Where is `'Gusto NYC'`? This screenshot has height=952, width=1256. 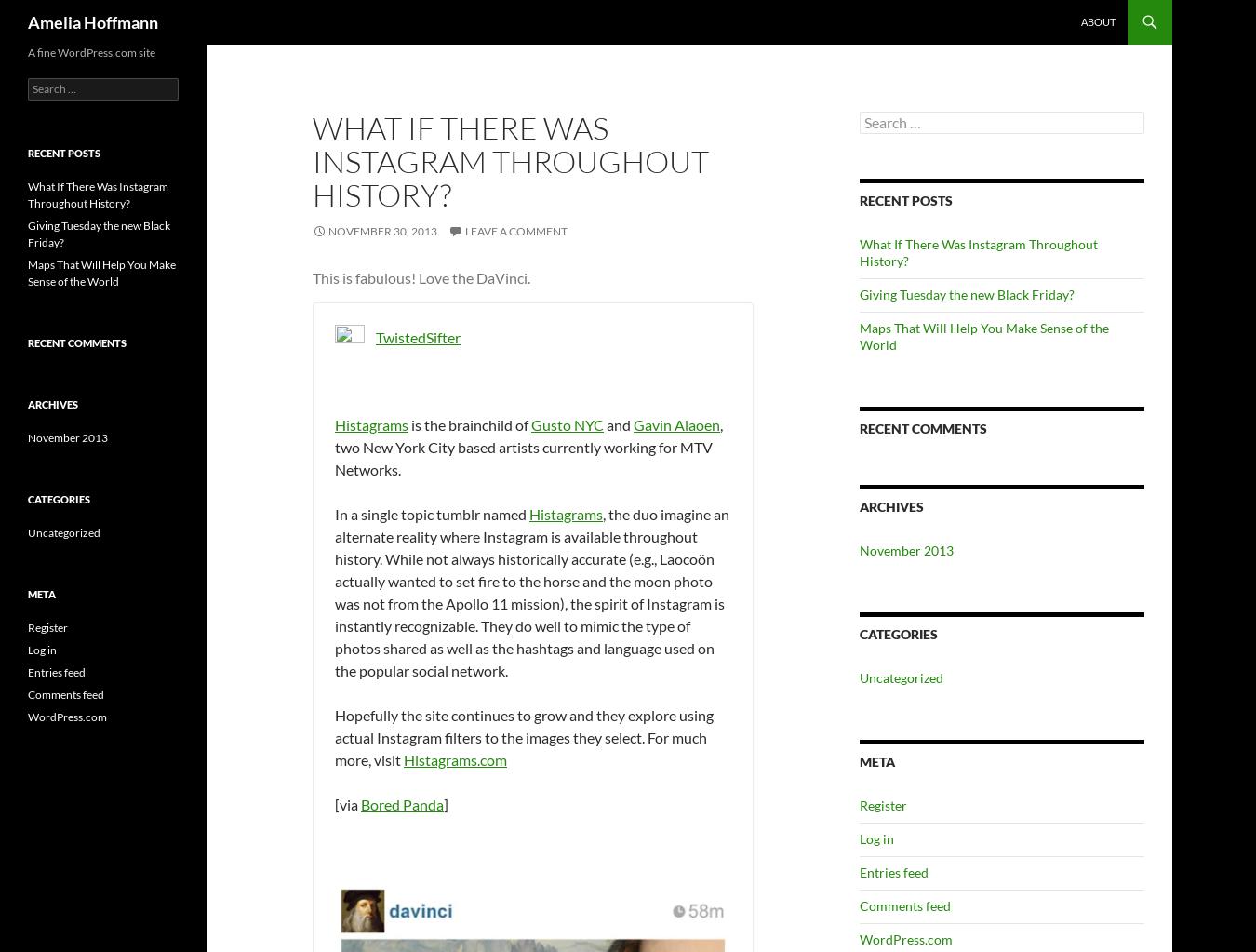 'Gusto NYC' is located at coordinates (568, 423).